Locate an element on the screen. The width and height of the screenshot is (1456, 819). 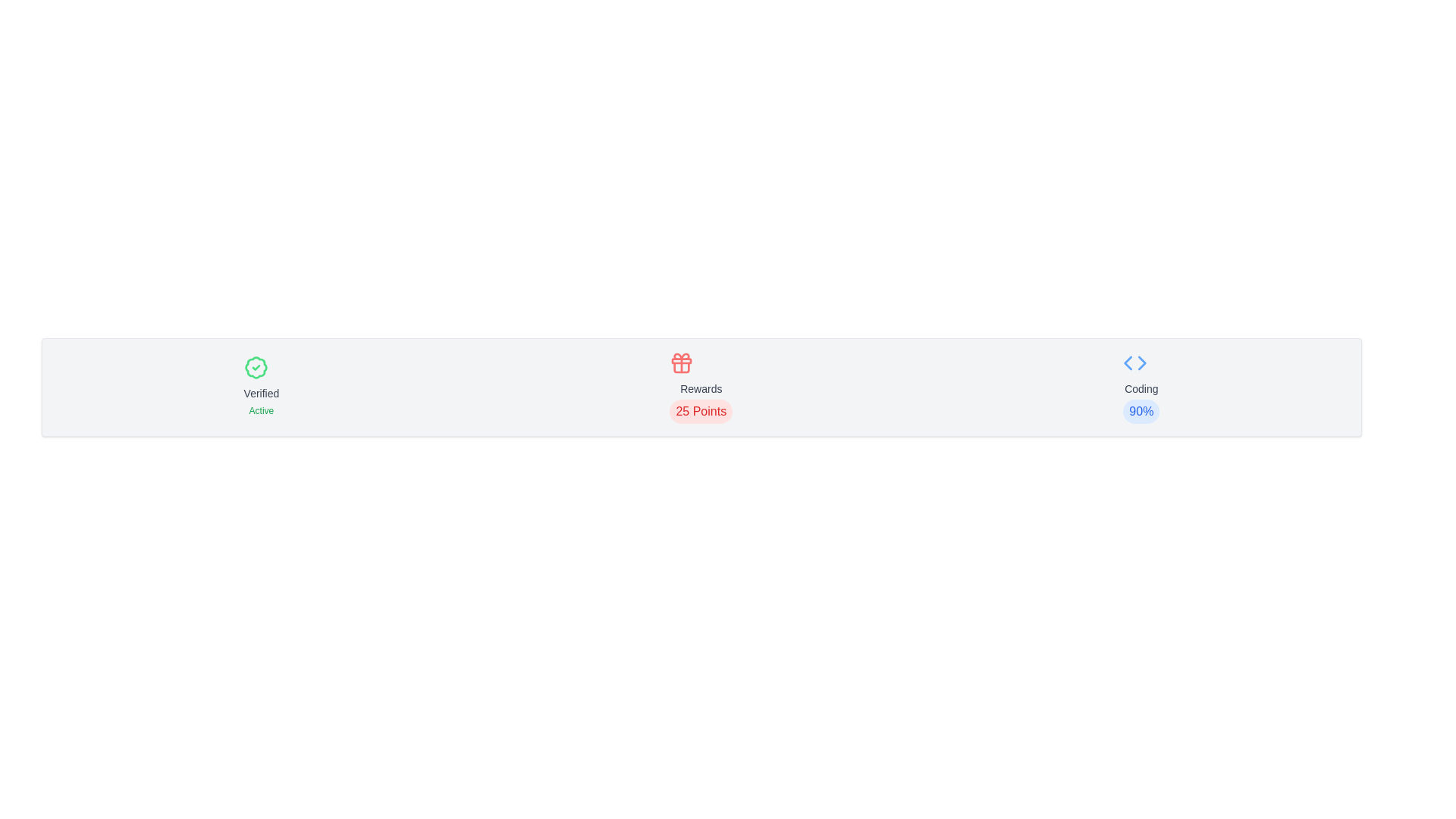
the text label 'Verified', which is styled in gray and positioned below a green badge icon and above the text 'Active' is located at coordinates (262, 393).